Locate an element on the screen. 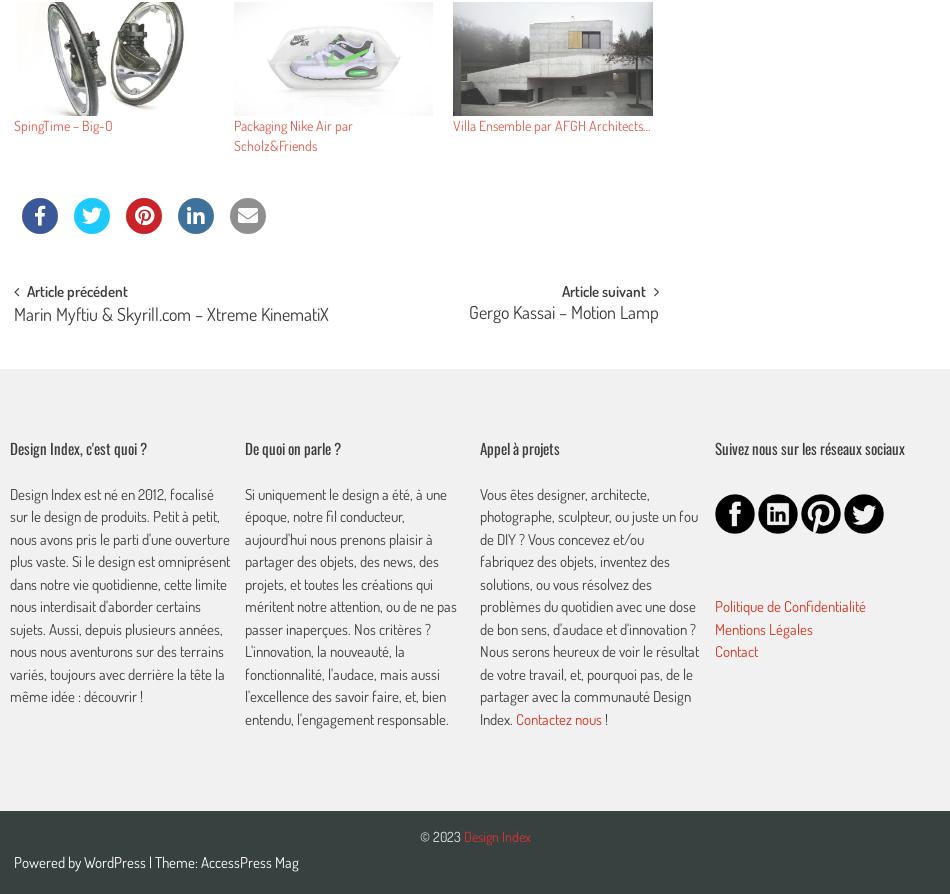 The width and height of the screenshot is (950, 894). 'Appel à projets' is located at coordinates (478, 447).